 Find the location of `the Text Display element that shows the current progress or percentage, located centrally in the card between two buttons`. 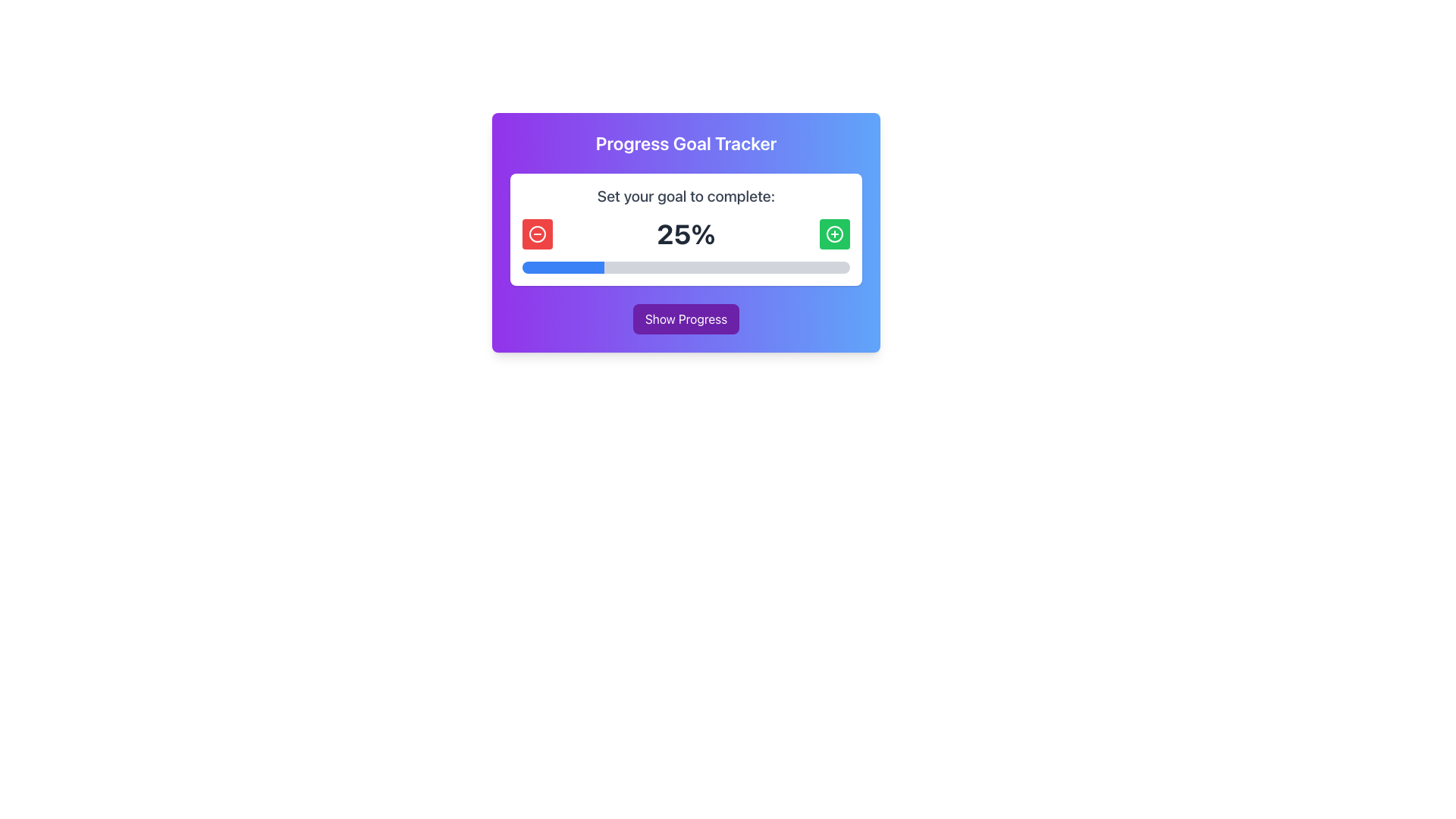

the Text Display element that shows the current progress or percentage, located centrally in the card between two buttons is located at coordinates (686, 234).